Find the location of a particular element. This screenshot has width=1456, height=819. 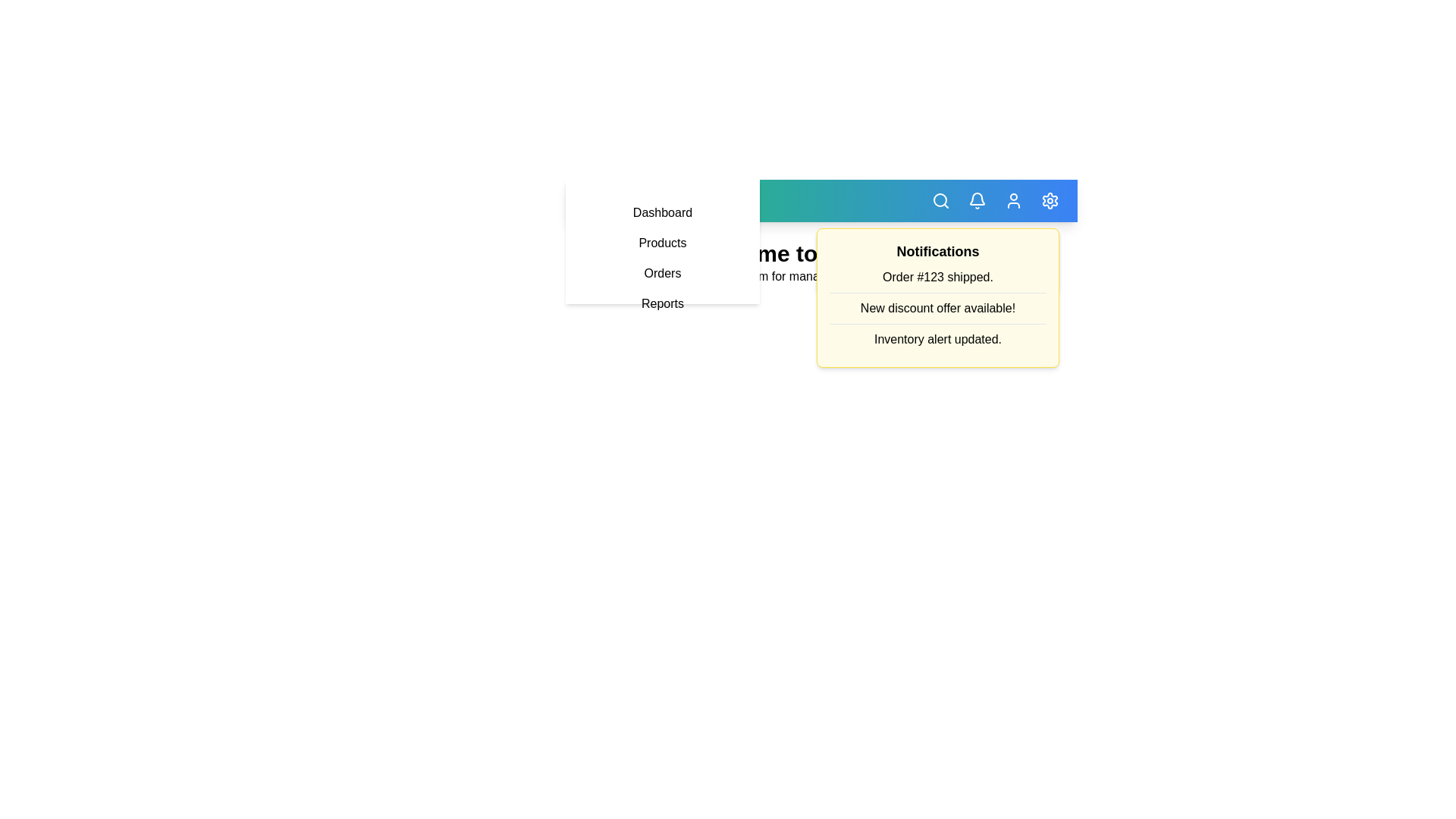

the 'Reports' button, which is the last item in a vertical list below 'Dashboard', 'Products', and 'Orders' is located at coordinates (662, 304).